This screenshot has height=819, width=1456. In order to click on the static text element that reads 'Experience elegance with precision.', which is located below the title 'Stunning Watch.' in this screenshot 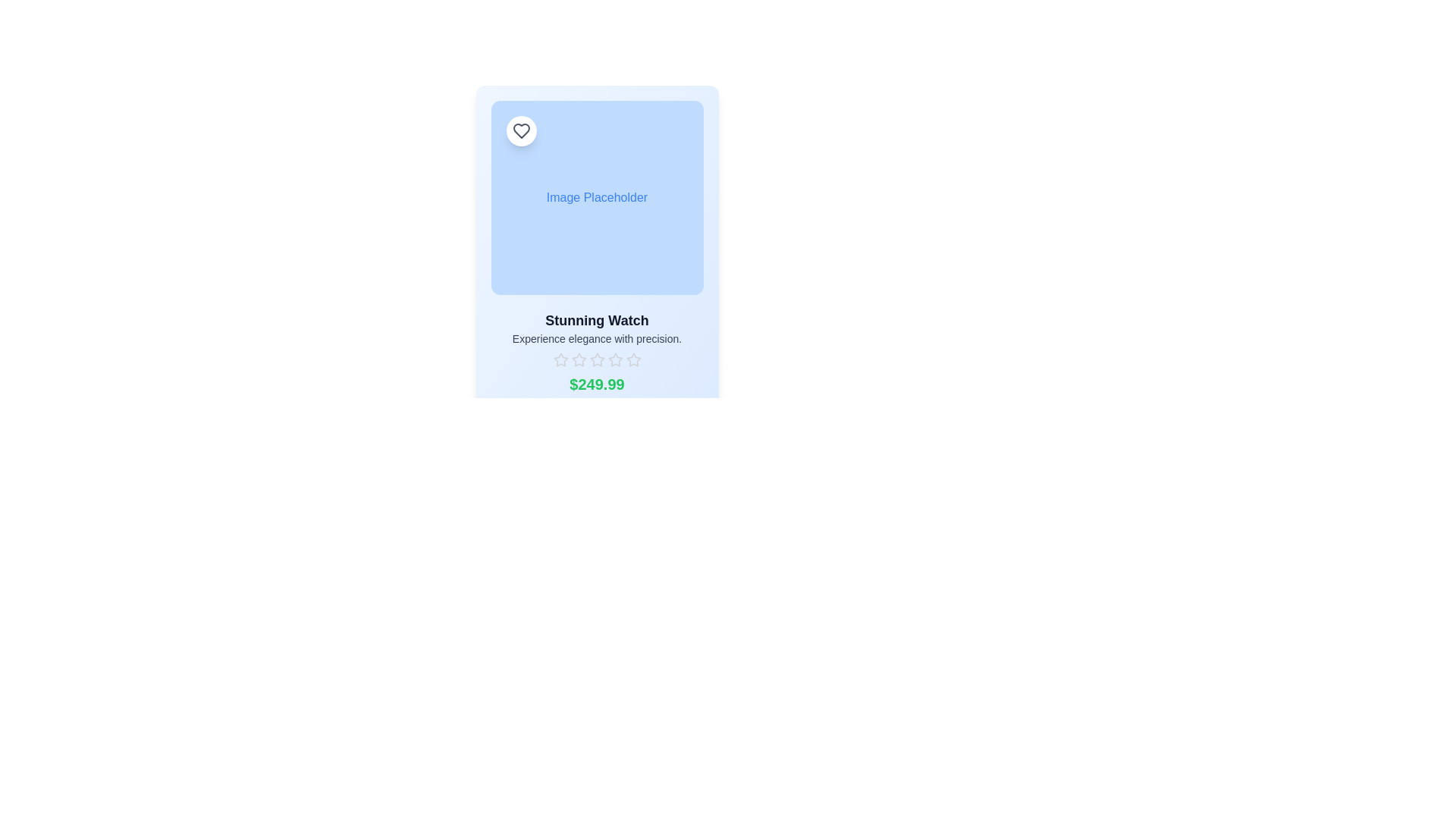, I will do `click(596, 338)`.